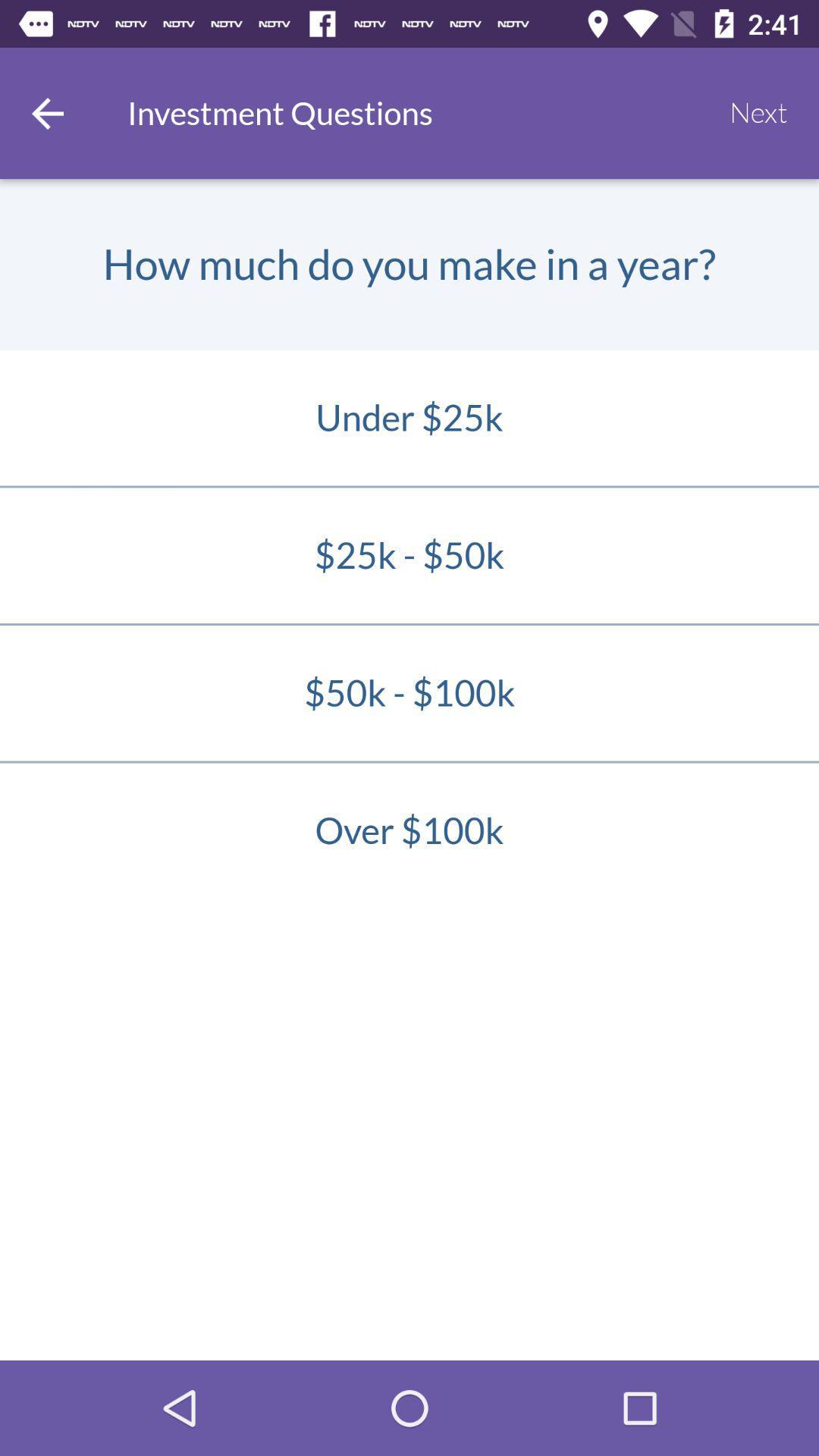  I want to click on next item, so click(758, 112).